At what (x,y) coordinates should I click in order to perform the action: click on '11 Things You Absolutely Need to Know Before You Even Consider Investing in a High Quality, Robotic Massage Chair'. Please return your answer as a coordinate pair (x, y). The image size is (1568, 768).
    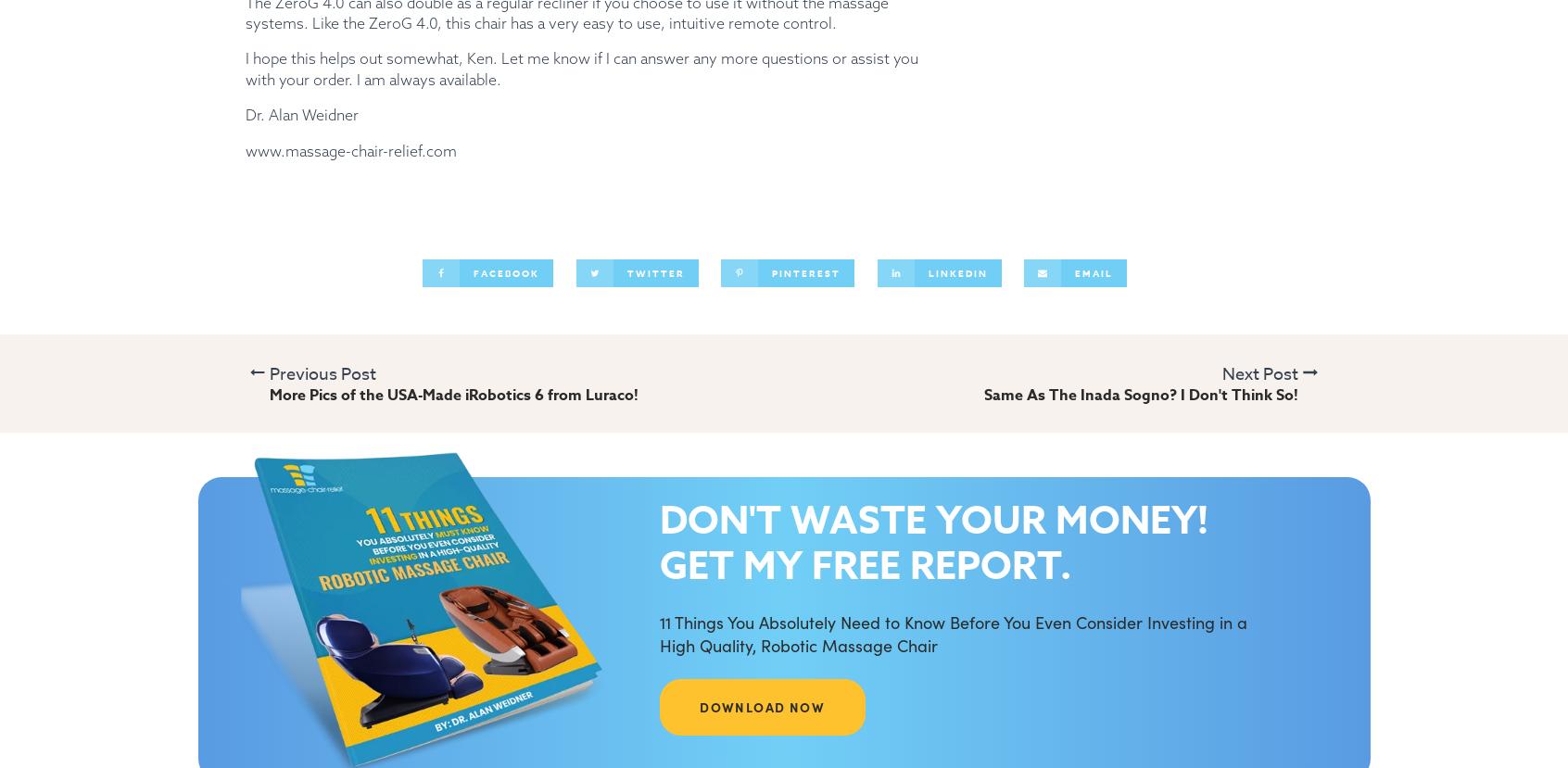
    Looking at the image, I should click on (952, 633).